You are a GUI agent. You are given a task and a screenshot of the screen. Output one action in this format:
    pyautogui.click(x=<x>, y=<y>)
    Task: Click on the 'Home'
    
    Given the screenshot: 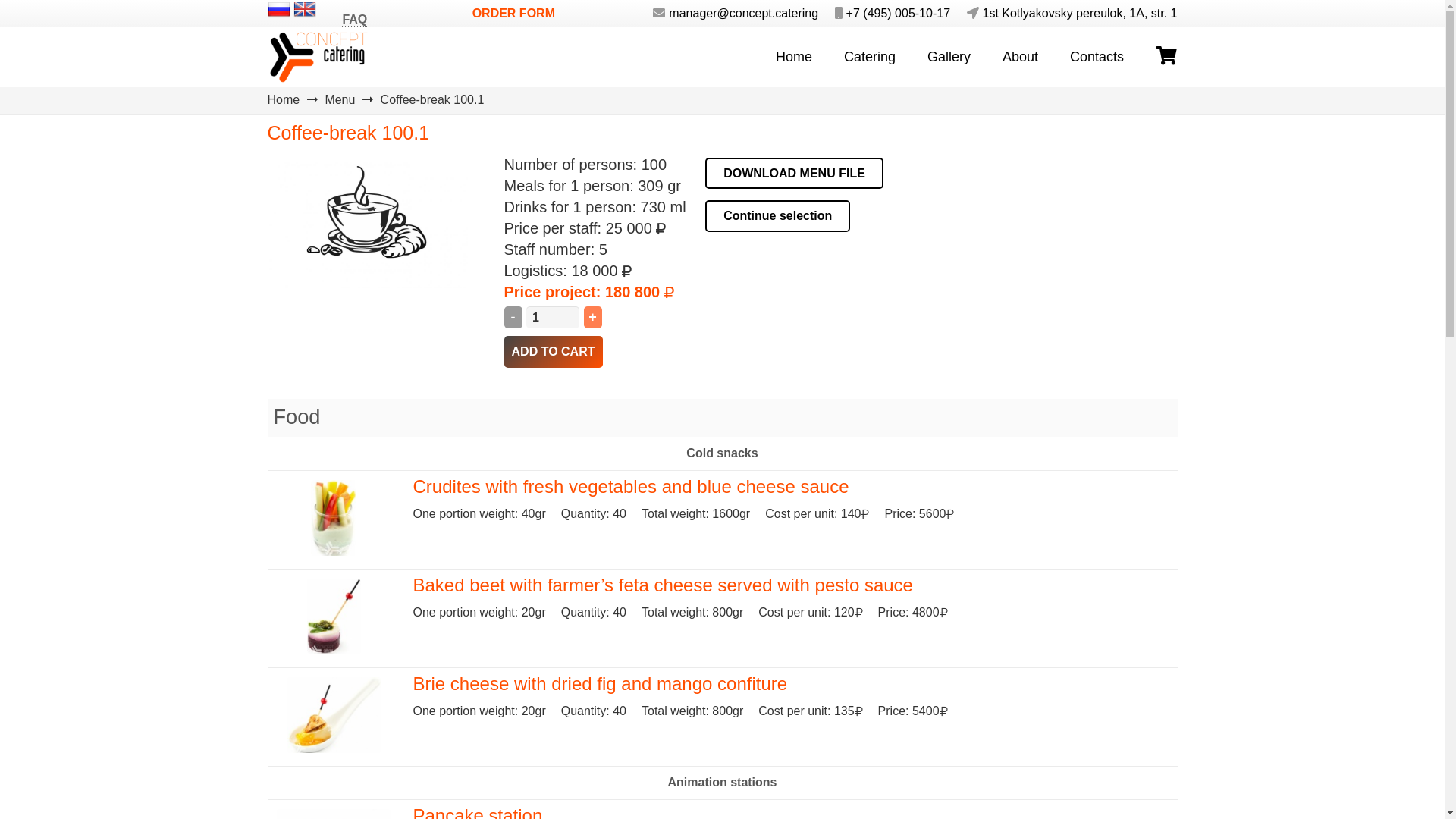 What is the action you would take?
    pyautogui.click(x=283, y=99)
    